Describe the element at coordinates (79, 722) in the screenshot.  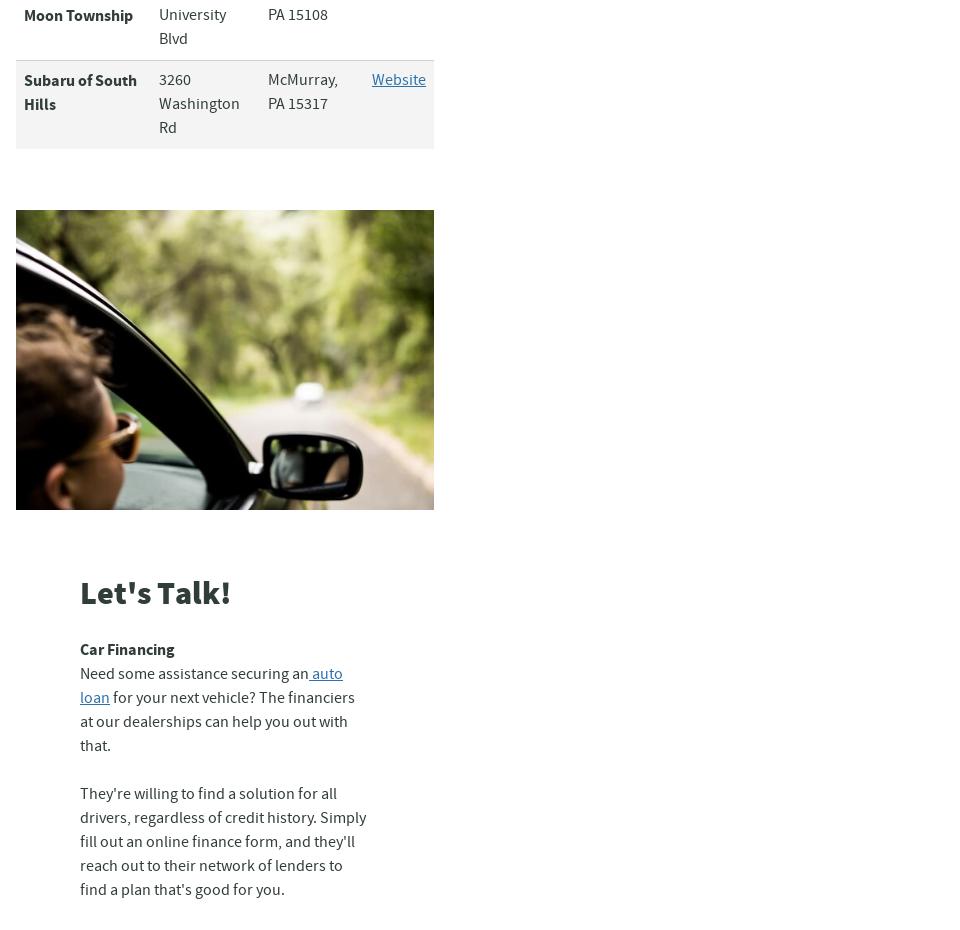
I see `'for your next vehicle? The financiers at our dealerships can help you out with that.'` at that location.